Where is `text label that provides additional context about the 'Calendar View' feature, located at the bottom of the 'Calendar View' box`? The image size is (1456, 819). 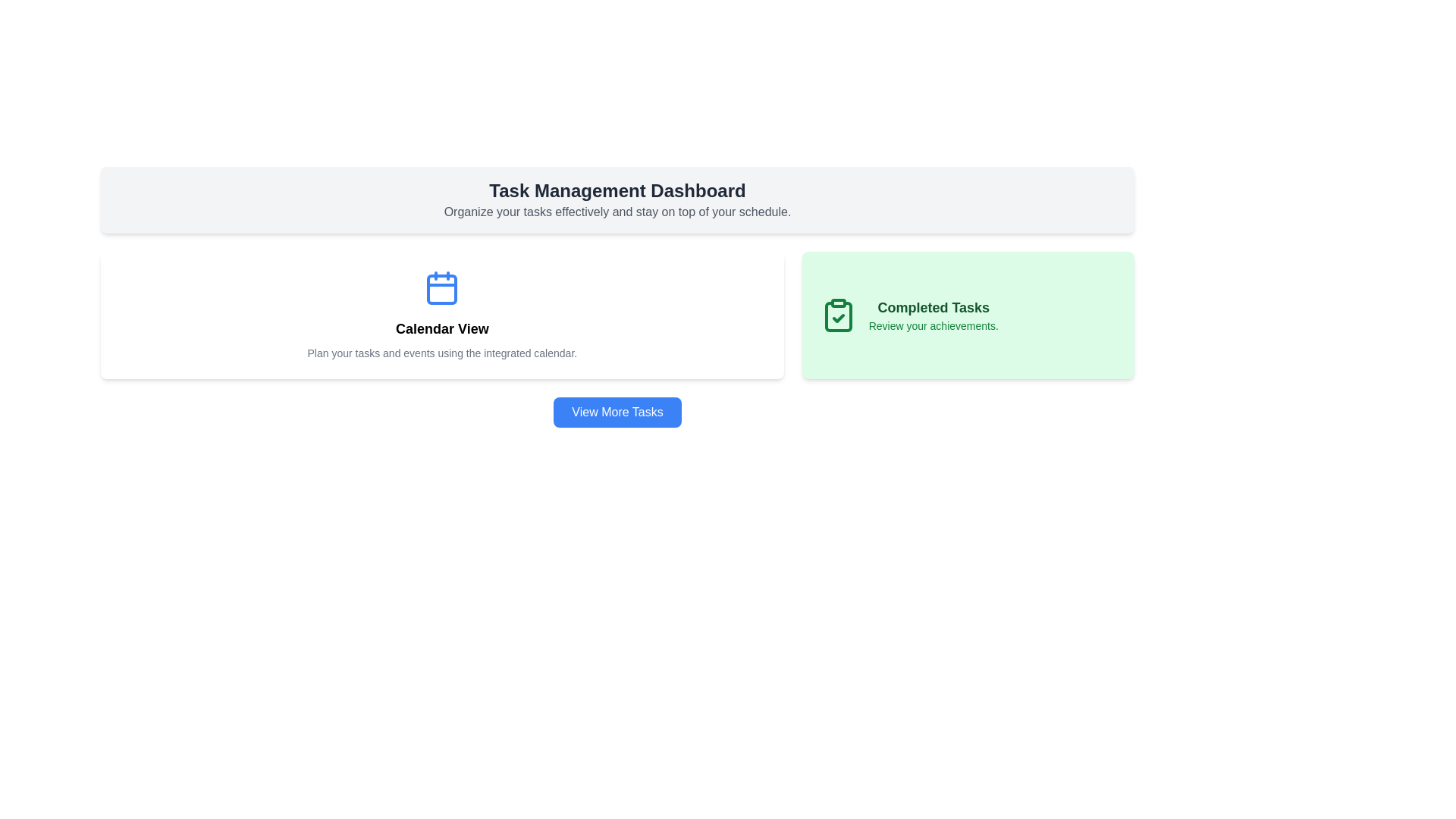 text label that provides additional context about the 'Calendar View' feature, located at the bottom of the 'Calendar View' box is located at coordinates (441, 353).